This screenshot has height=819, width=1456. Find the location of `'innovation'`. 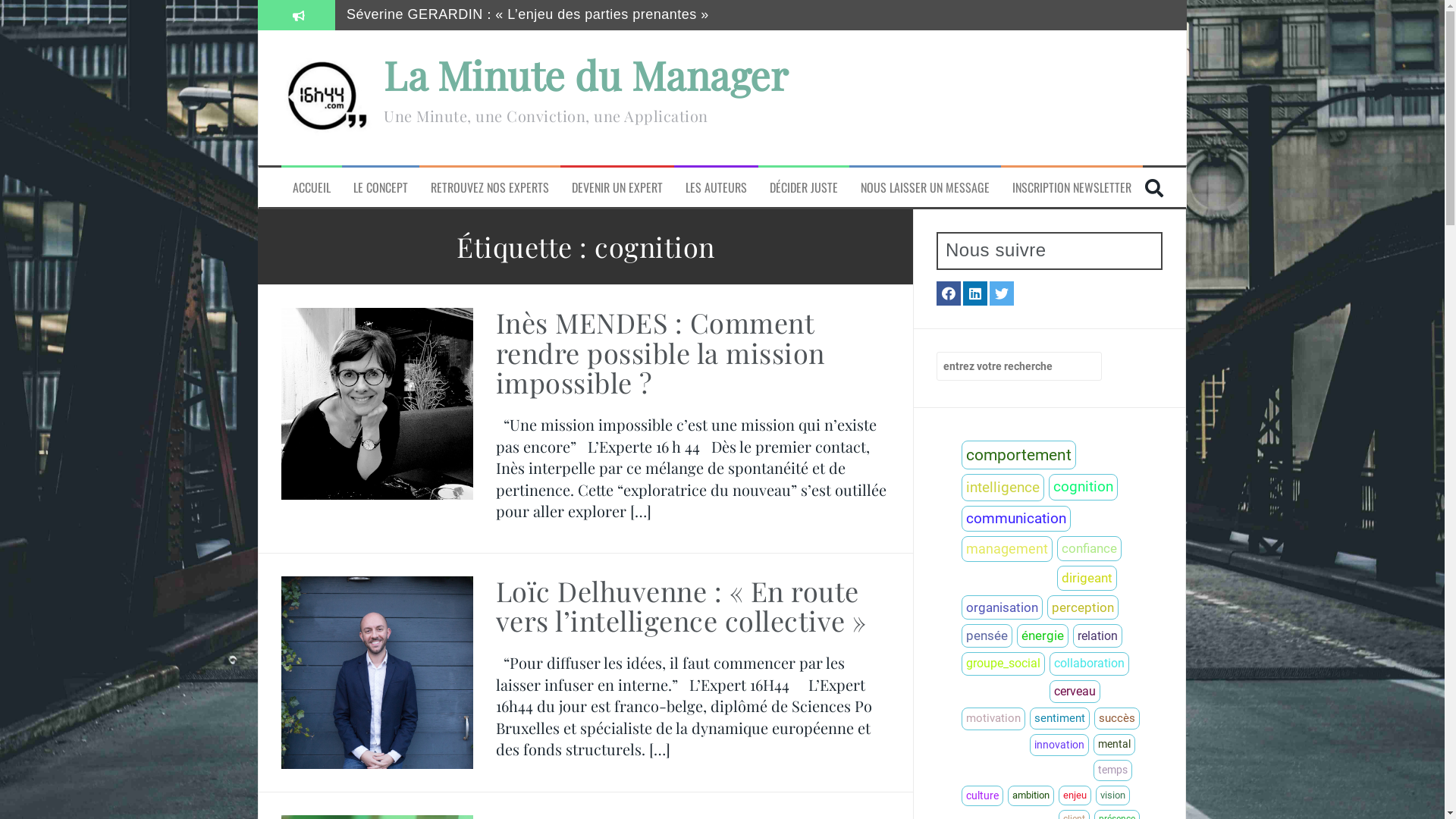

'innovation' is located at coordinates (1058, 744).